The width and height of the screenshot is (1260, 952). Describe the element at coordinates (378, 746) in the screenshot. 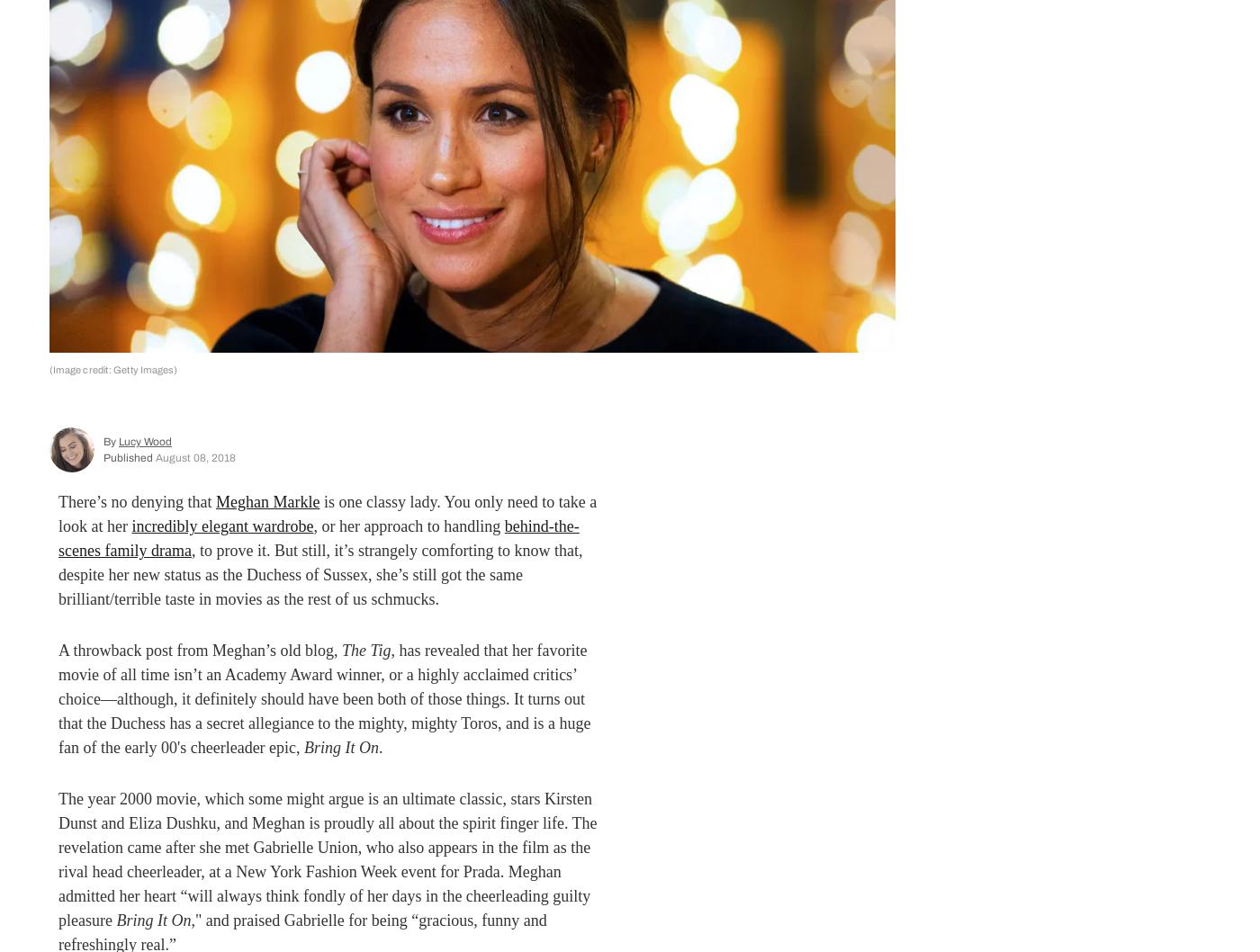

I see `'.'` at that location.